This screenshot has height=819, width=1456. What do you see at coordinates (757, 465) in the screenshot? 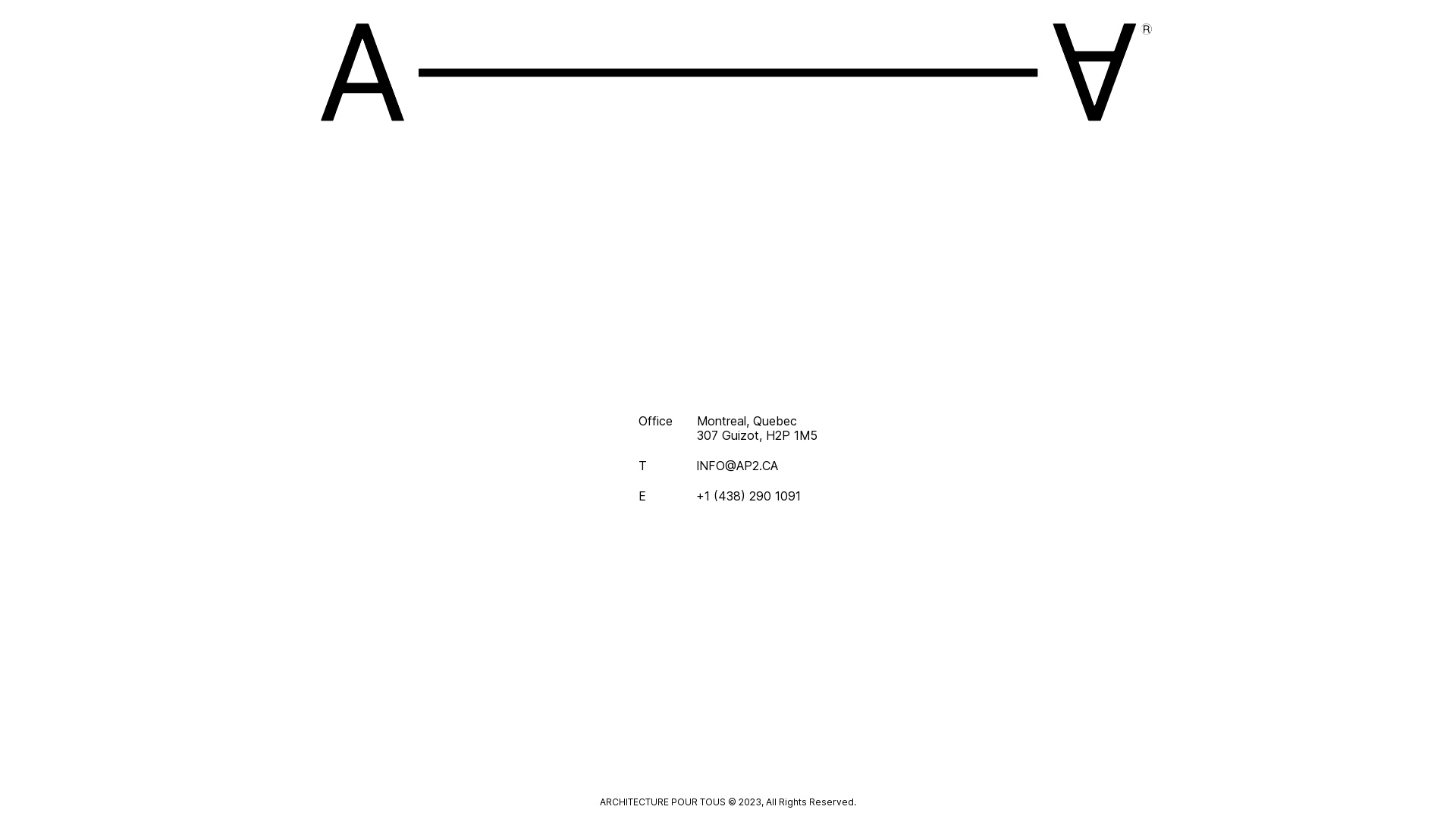
I see `'INFO@AP2.CA'` at bounding box center [757, 465].